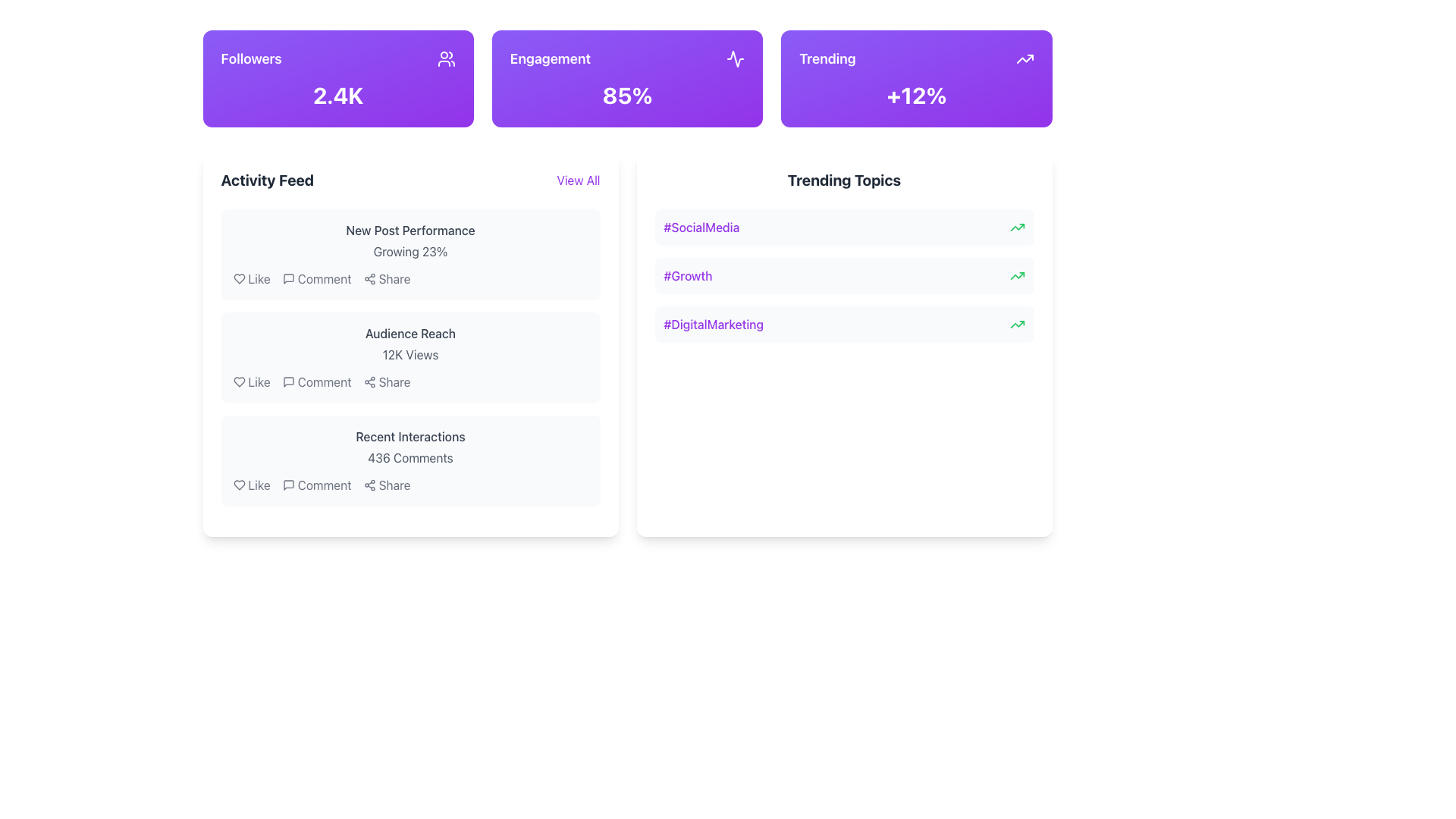 Image resolution: width=1456 pixels, height=819 pixels. Describe the element at coordinates (238, 485) in the screenshot. I see `the 'Like' icon button located in the bottom-most interaction row of the 'Activity Feed' card, specifically aligned with 'Recent Interactions' to express approval for the post` at that location.